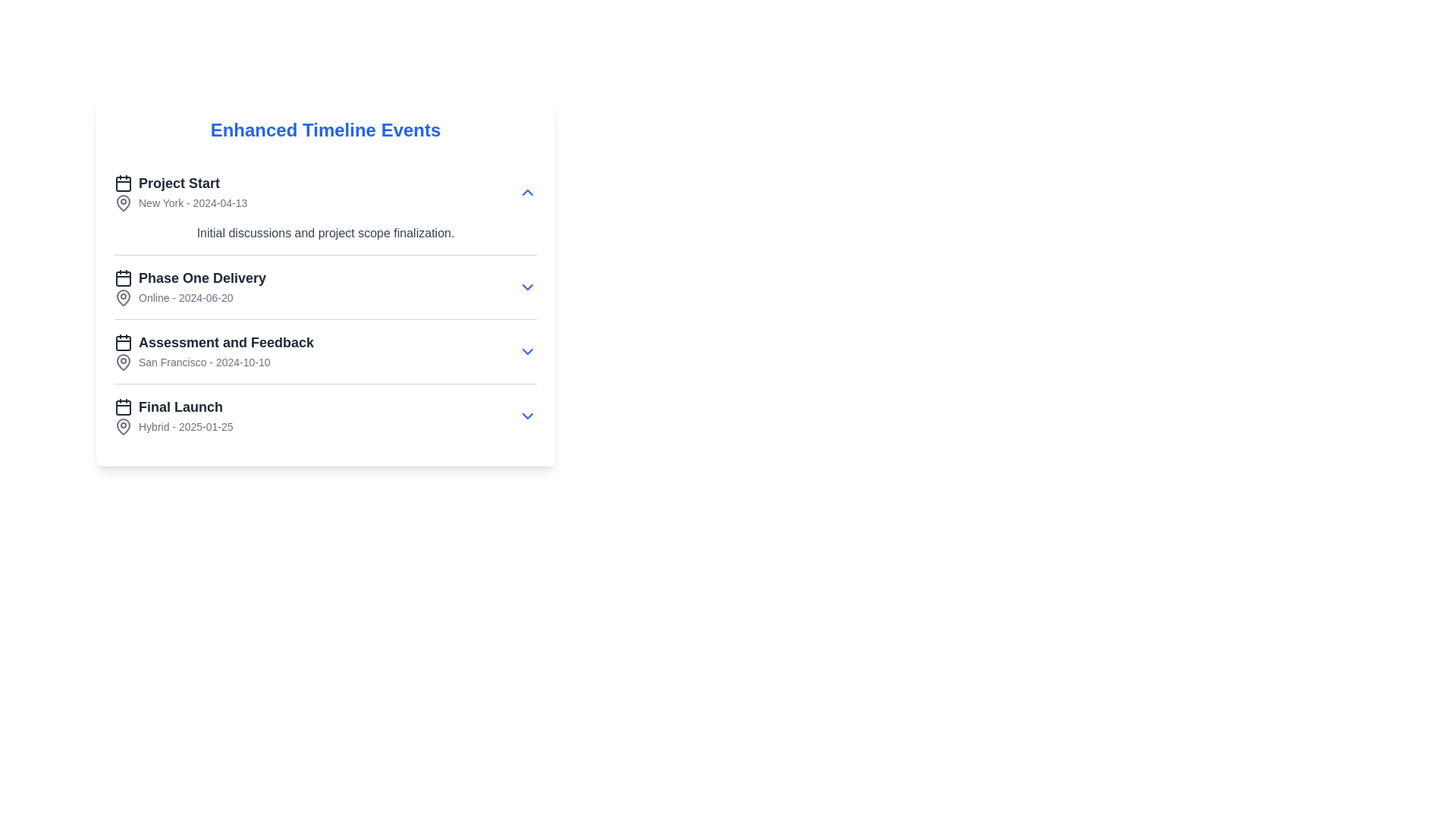  What do you see at coordinates (325, 351) in the screenshot?
I see `the third item` at bounding box center [325, 351].